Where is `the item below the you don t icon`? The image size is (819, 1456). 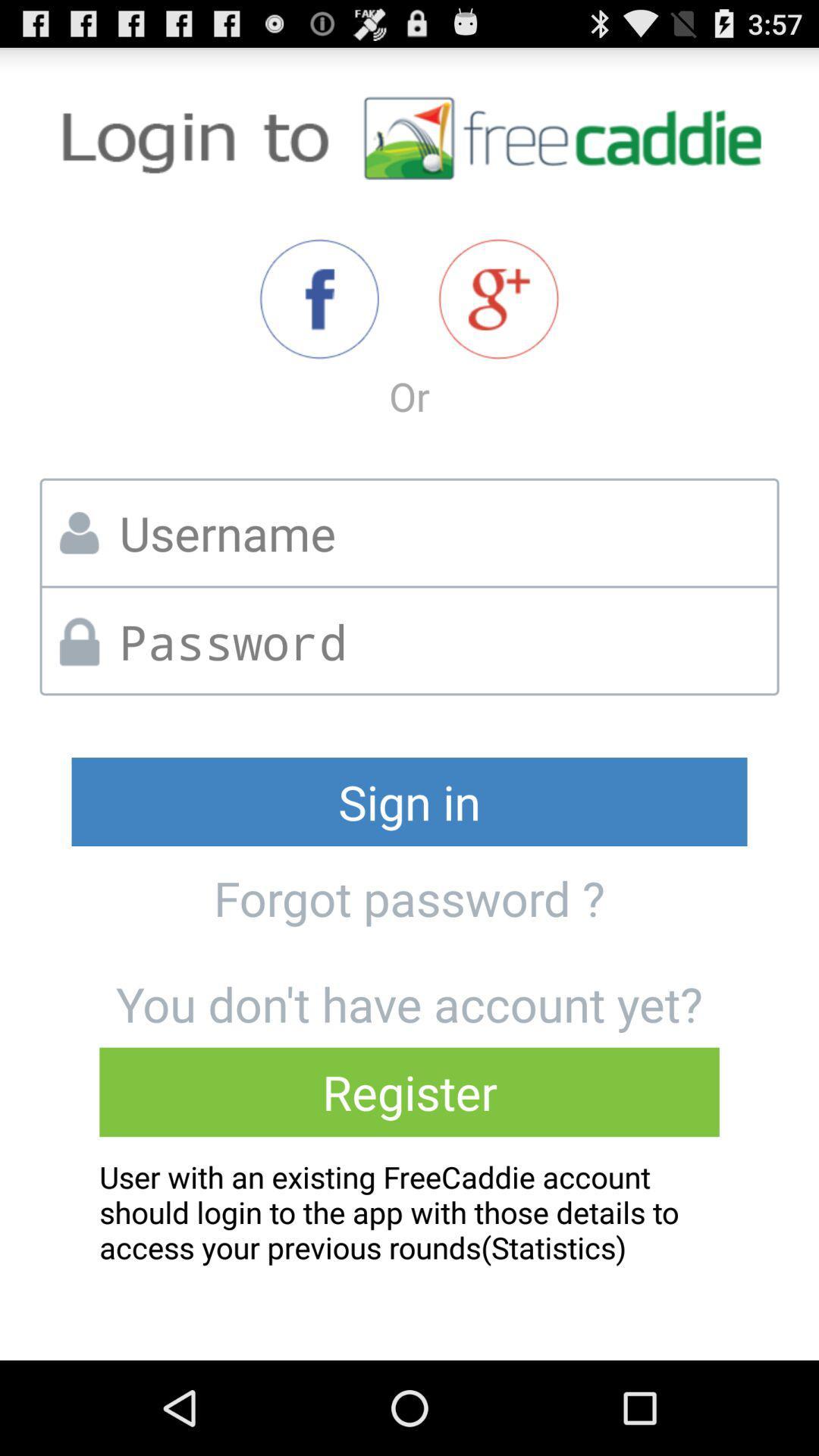
the item below the you don t icon is located at coordinates (409, 1092).